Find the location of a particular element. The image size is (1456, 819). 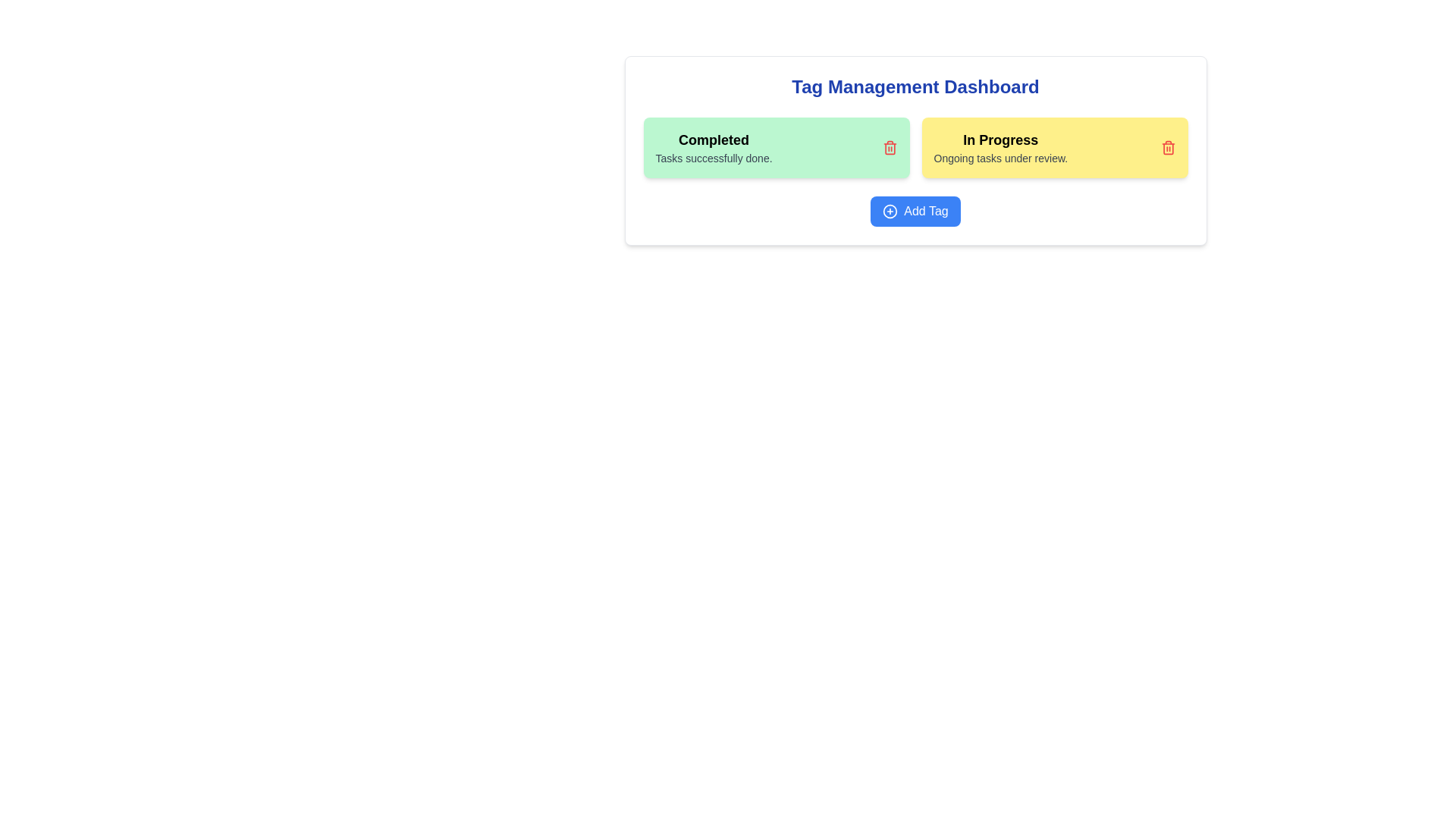

text from the textual label describing the 'In Progress' category in the Tag Management Dashboard, which is centrally aligned inside the yellow section is located at coordinates (1000, 148).